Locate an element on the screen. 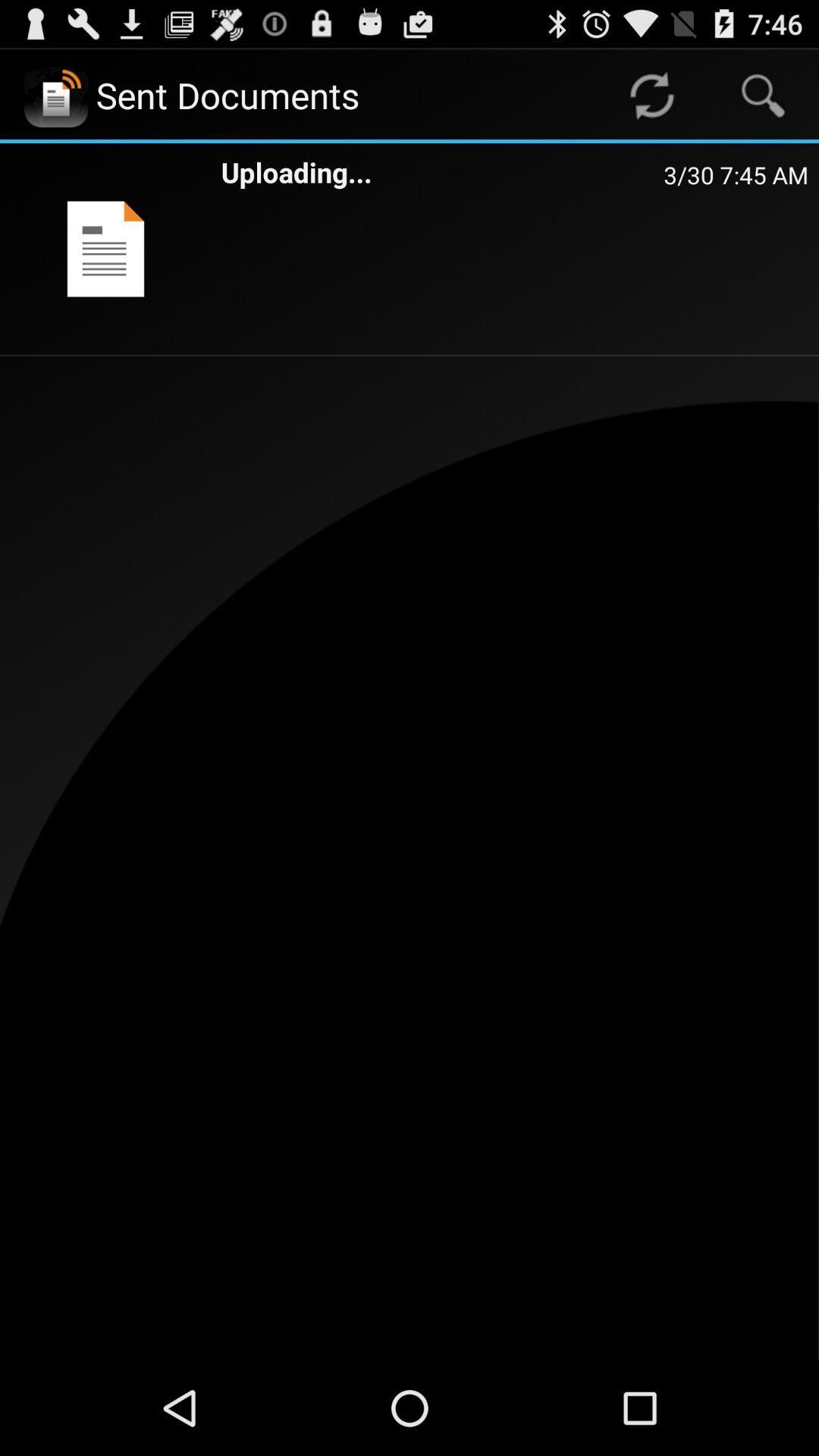 This screenshot has width=819, height=1456. 3 30 7 app is located at coordinates (735, 174).